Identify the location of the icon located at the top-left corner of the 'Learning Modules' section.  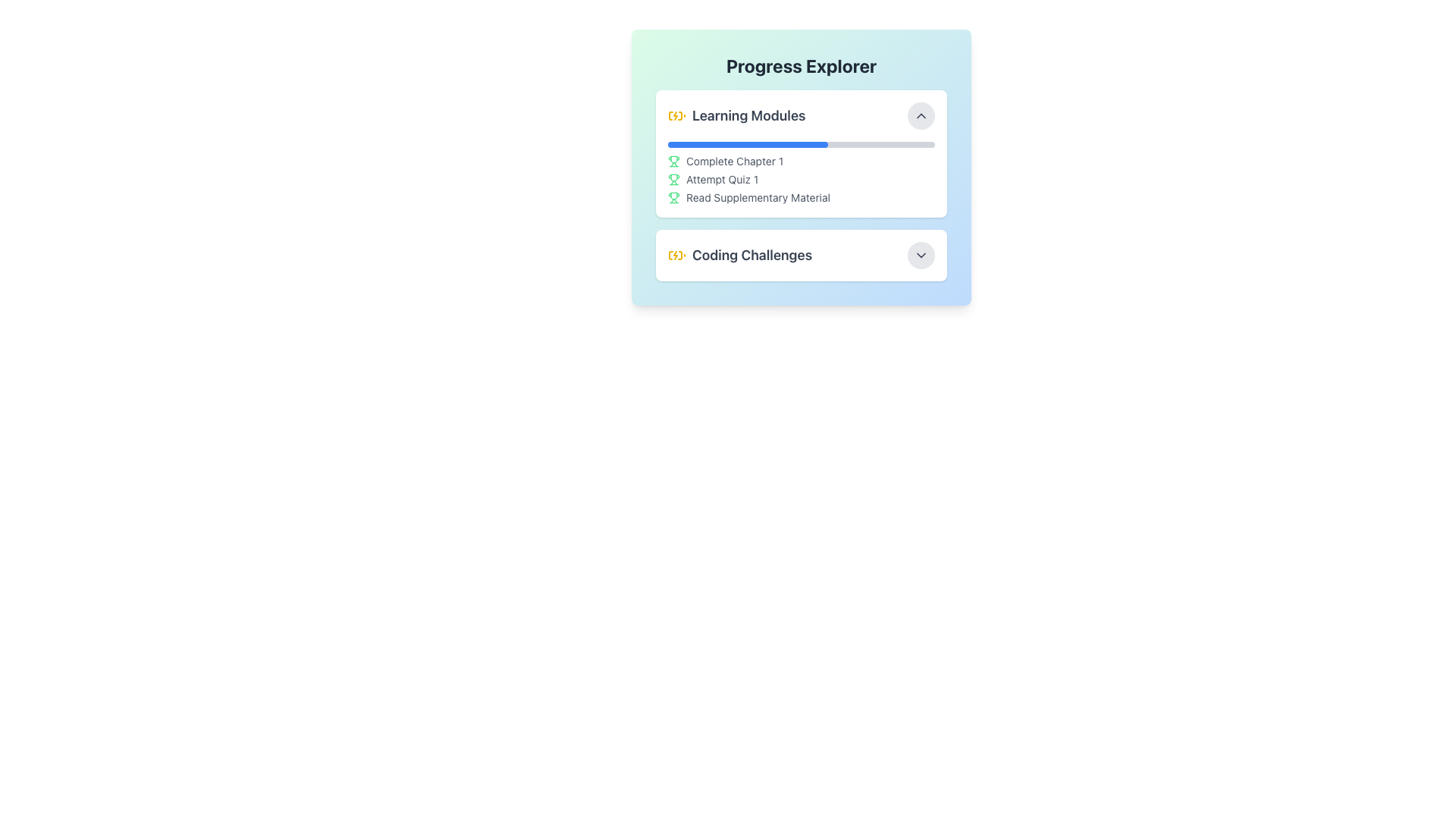
(676, 115).